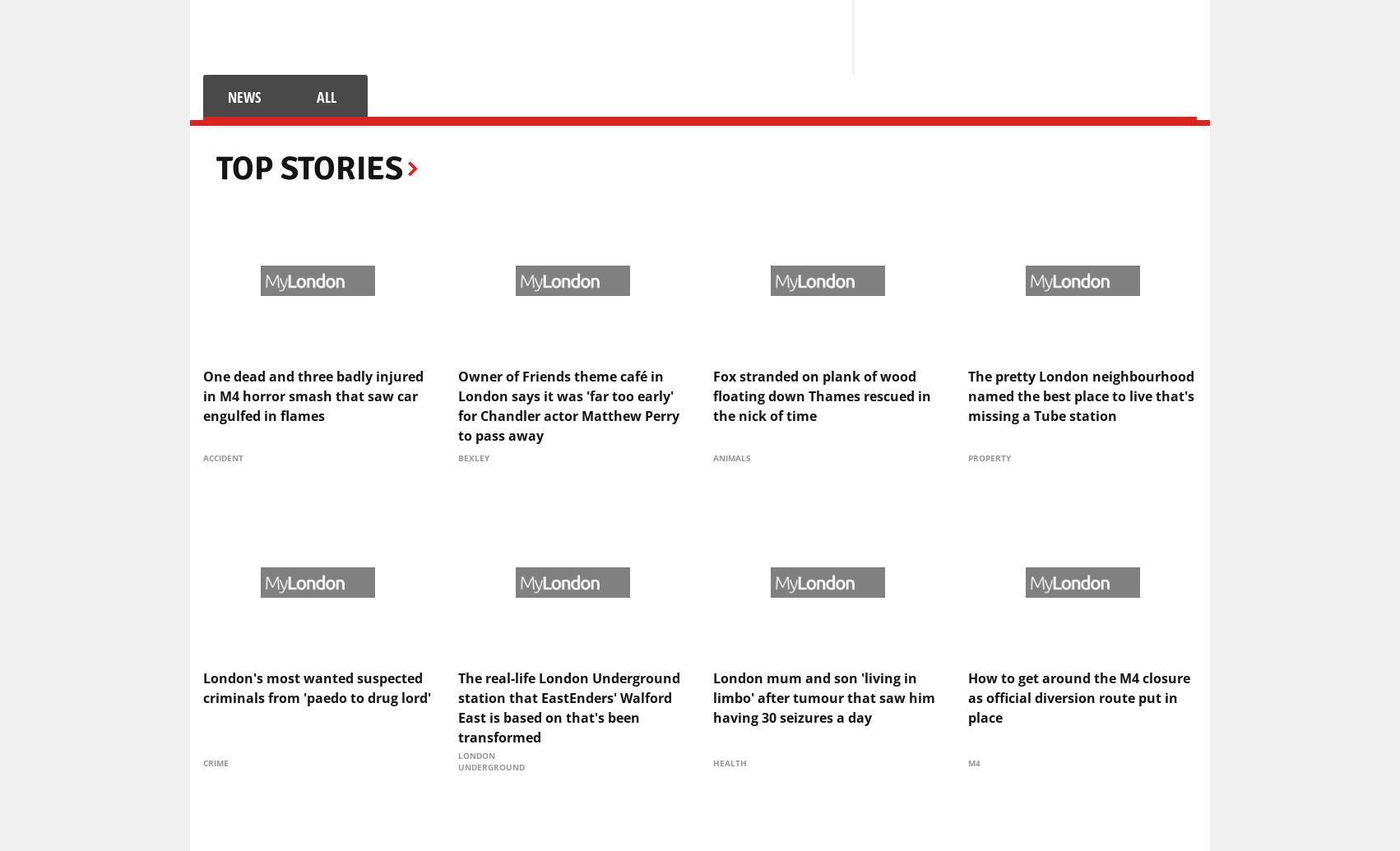 The width and height of the screenshot is (1400, 851). Describe the element at coordinates (309, 167) in the screenshot. I see `'Top Stories'` at that location.